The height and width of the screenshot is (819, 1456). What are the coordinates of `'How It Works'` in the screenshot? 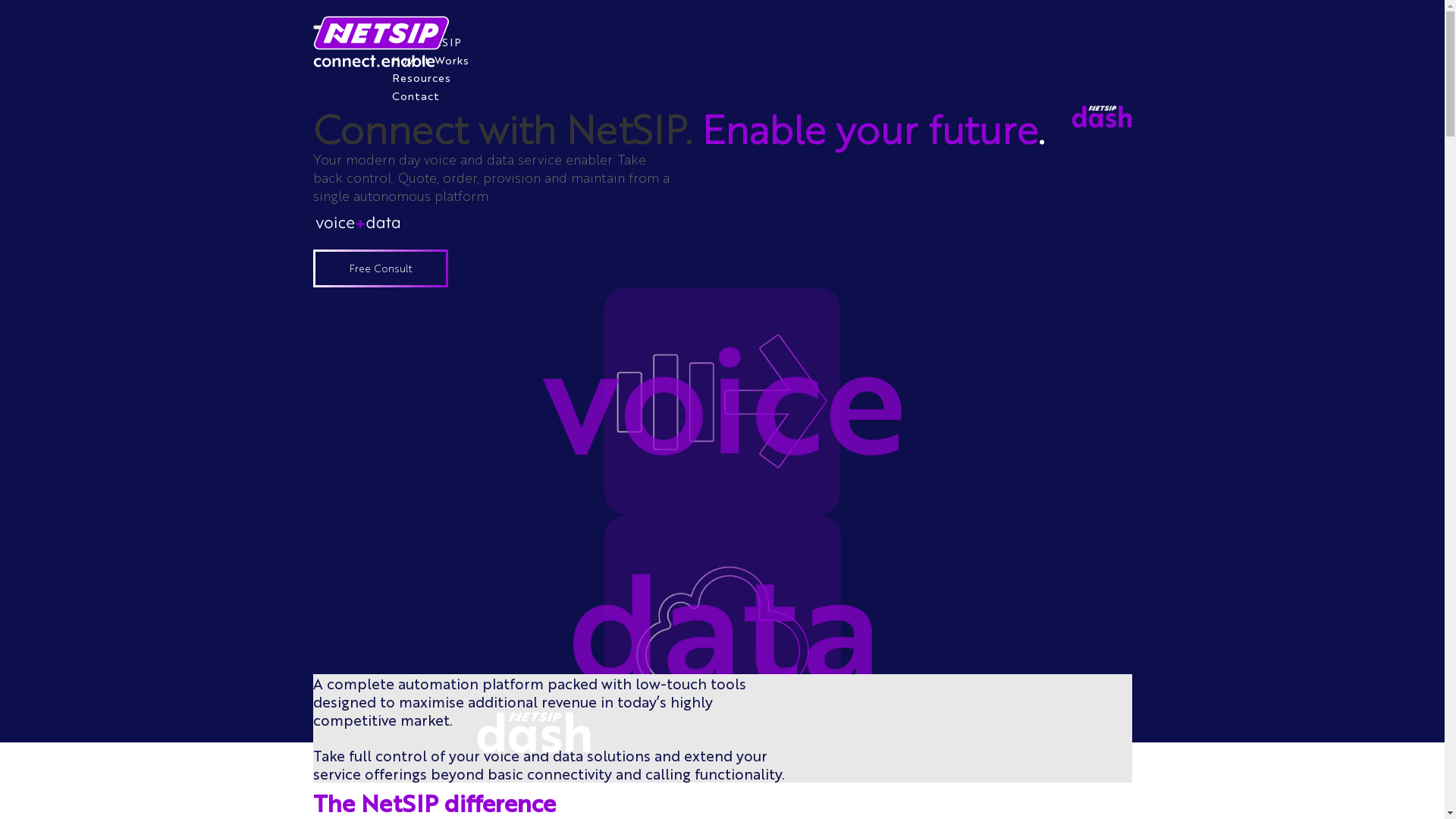 It's located at (428, 58).